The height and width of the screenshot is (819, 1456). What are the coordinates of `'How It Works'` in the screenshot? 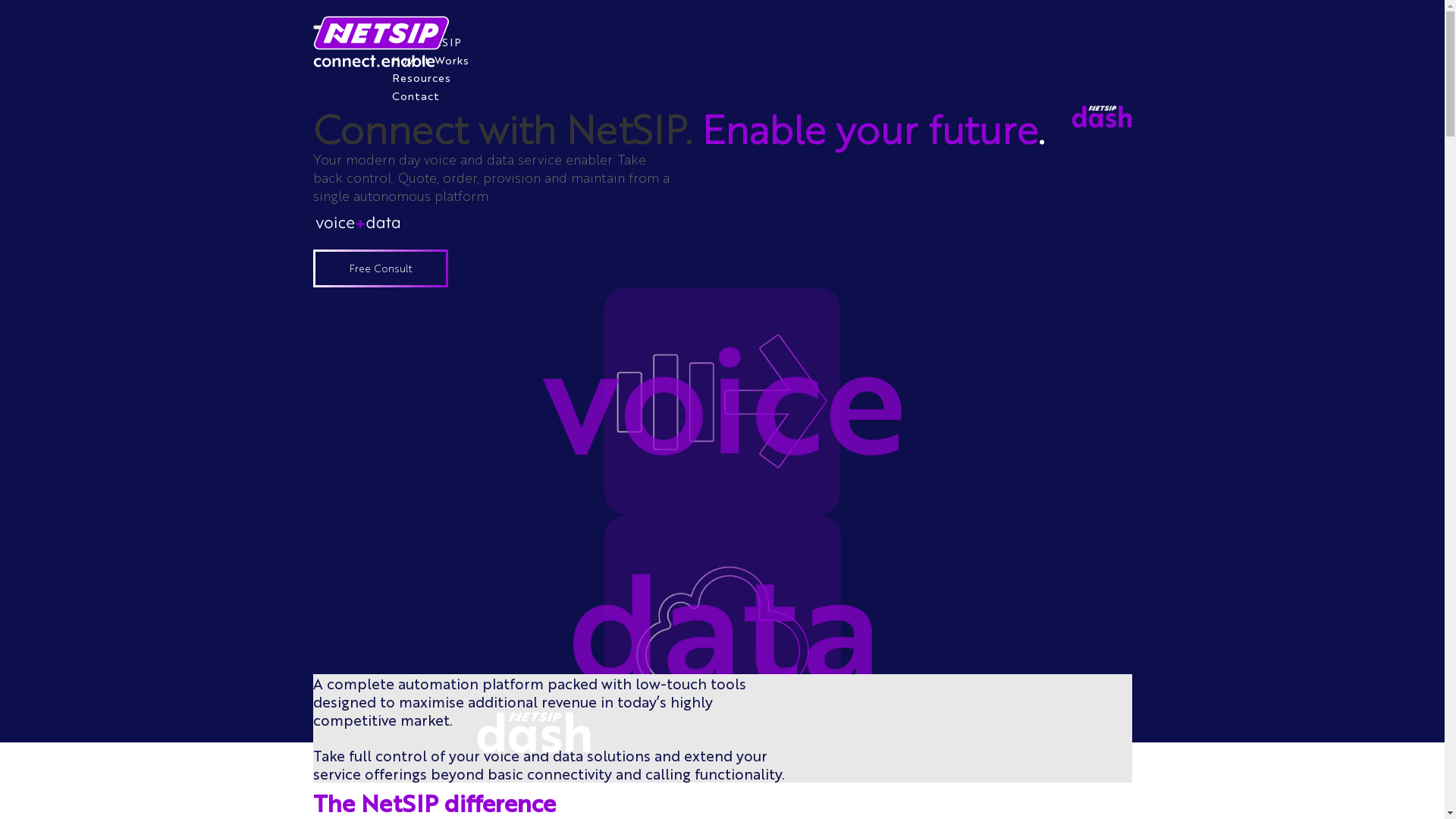 It's located at (428, 58).